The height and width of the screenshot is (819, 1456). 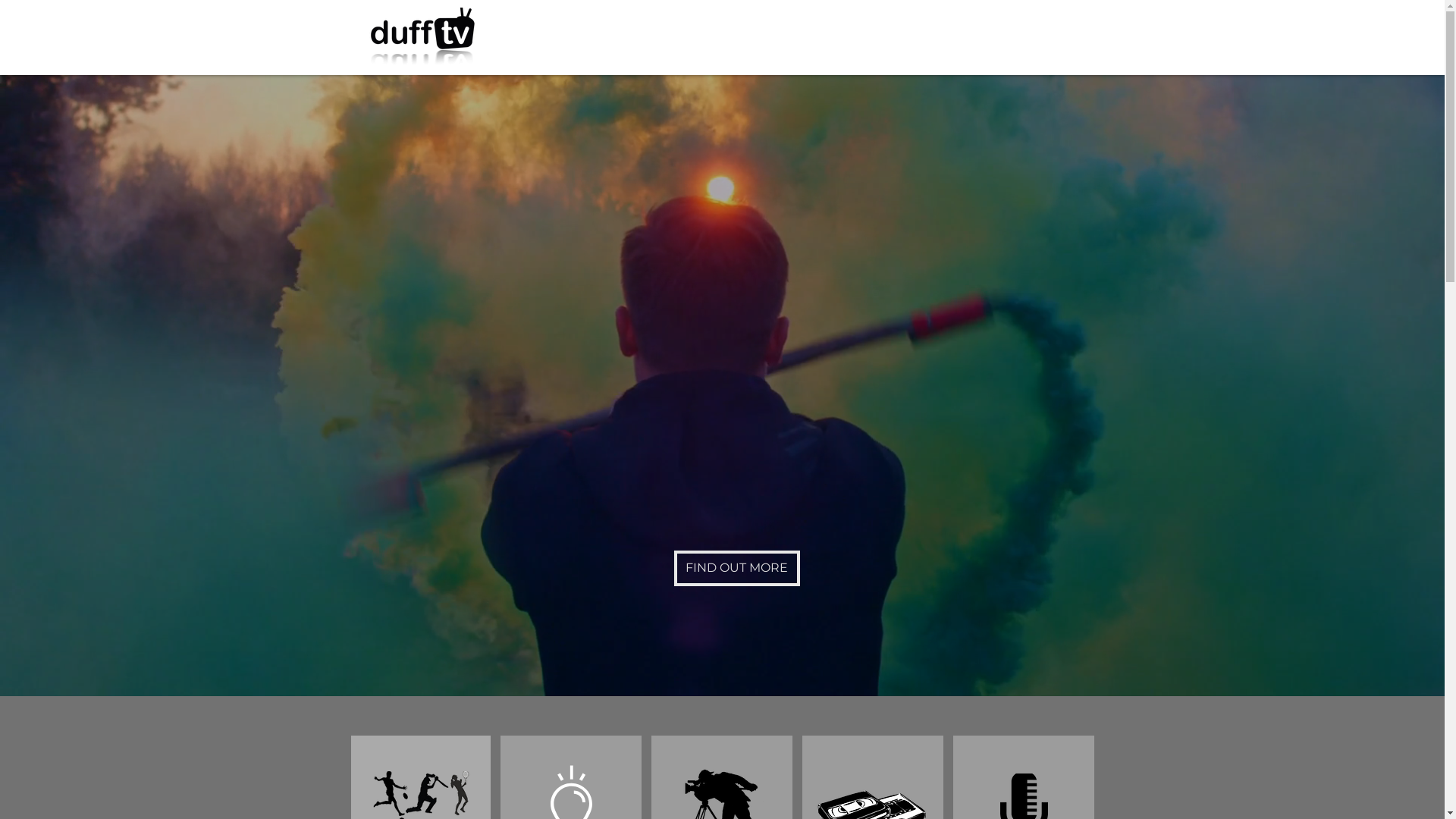 I want to click on 'FIND OUT MORE', so click(x=673, y=568).